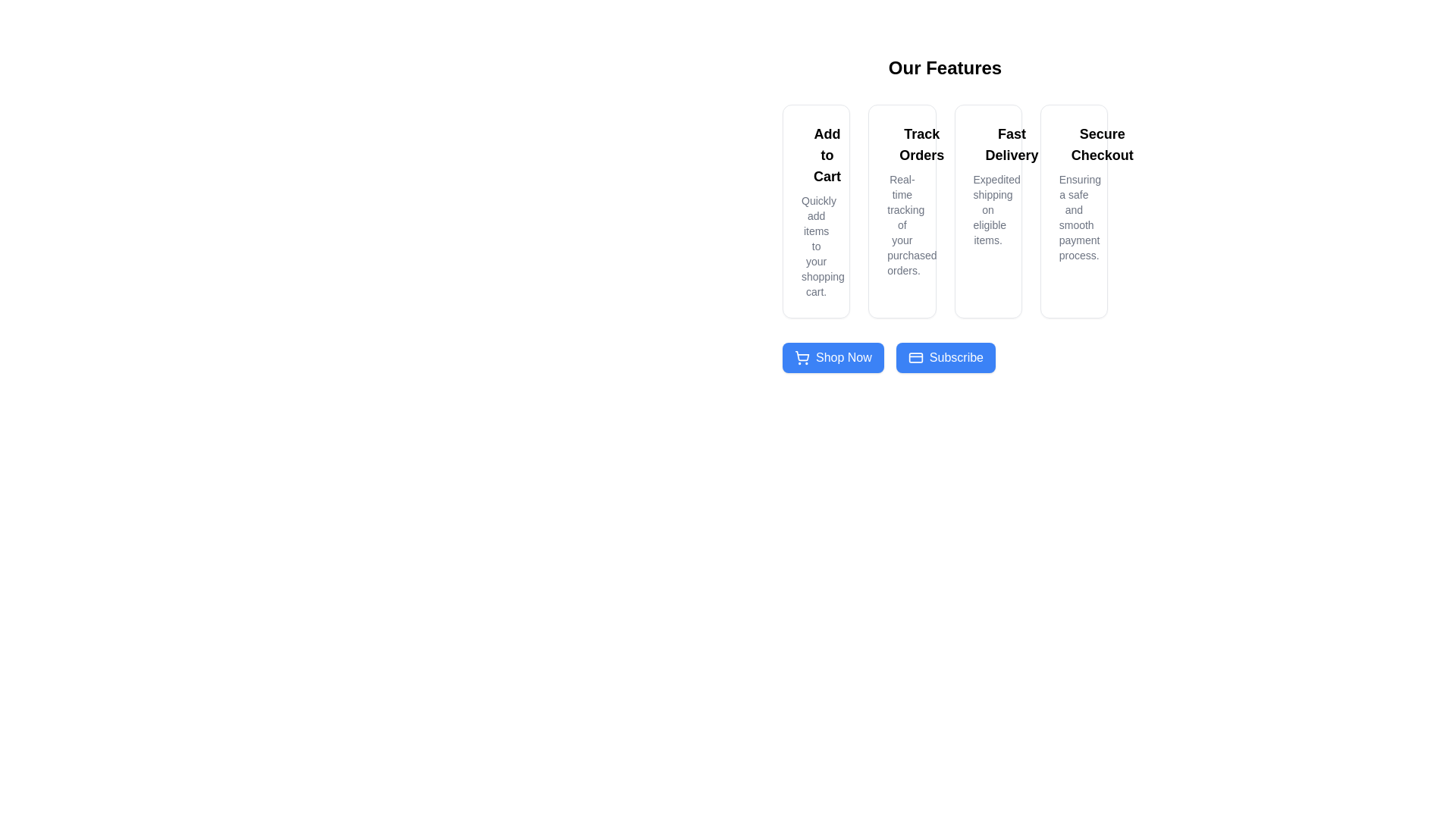 Image resolution: width=1456 pixels, height=819 pixels. What do you see at coordinates (832, 357) in the screenshot?
I see `the blue 'Shop Now' button with a shopping cart icon` at bounding box center [832, 357].